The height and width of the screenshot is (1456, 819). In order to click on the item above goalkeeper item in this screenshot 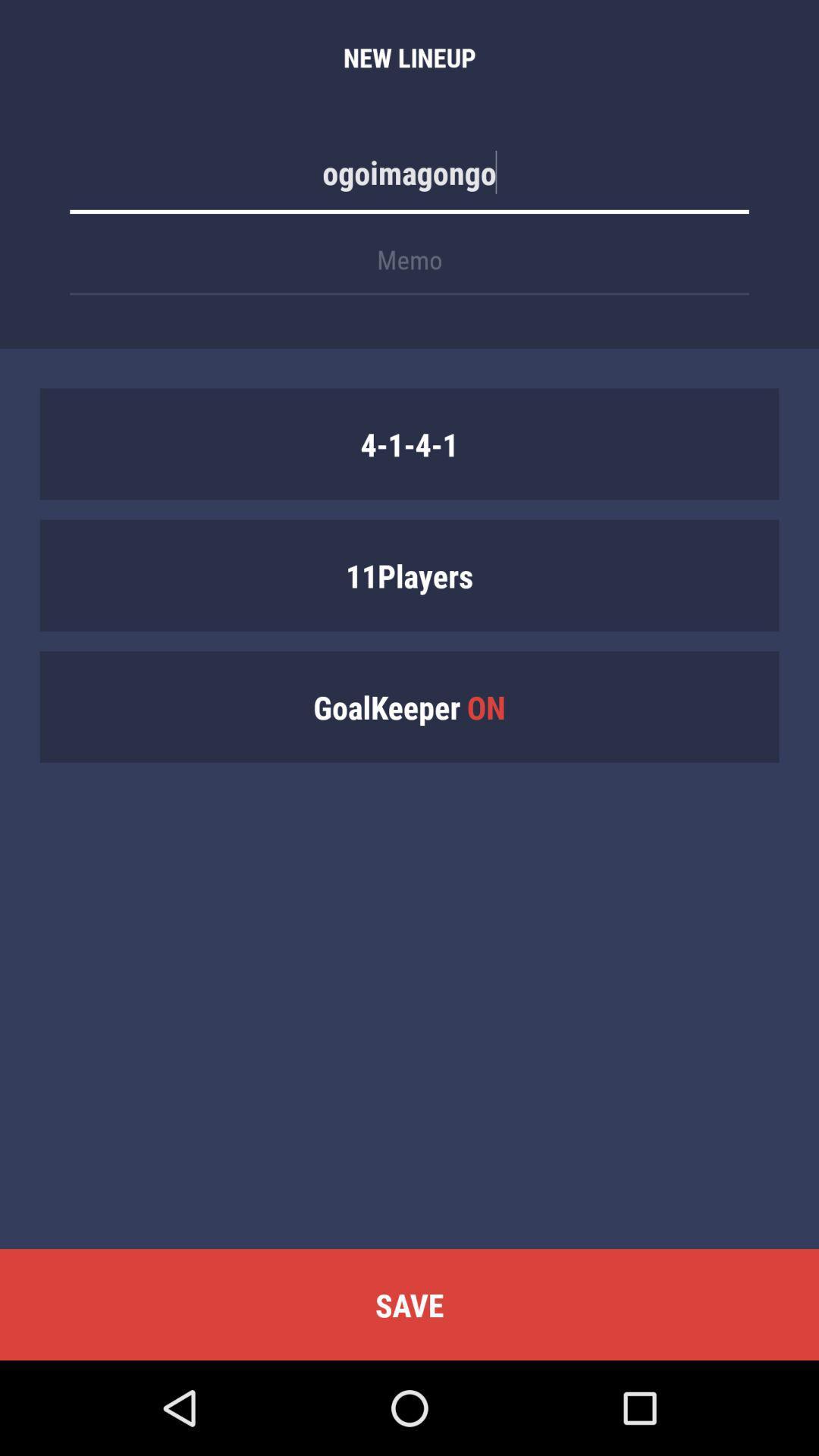, I will do `click(409, 574)`.